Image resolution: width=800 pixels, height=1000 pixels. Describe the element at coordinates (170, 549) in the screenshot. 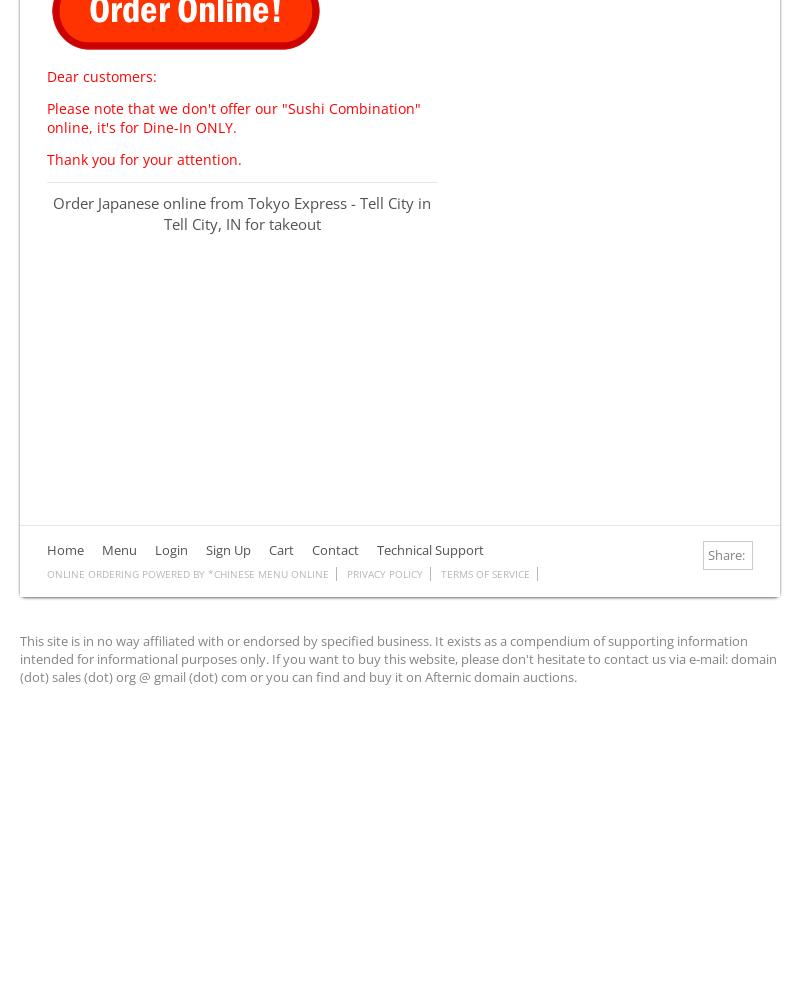

I see `'Login'` at that location.